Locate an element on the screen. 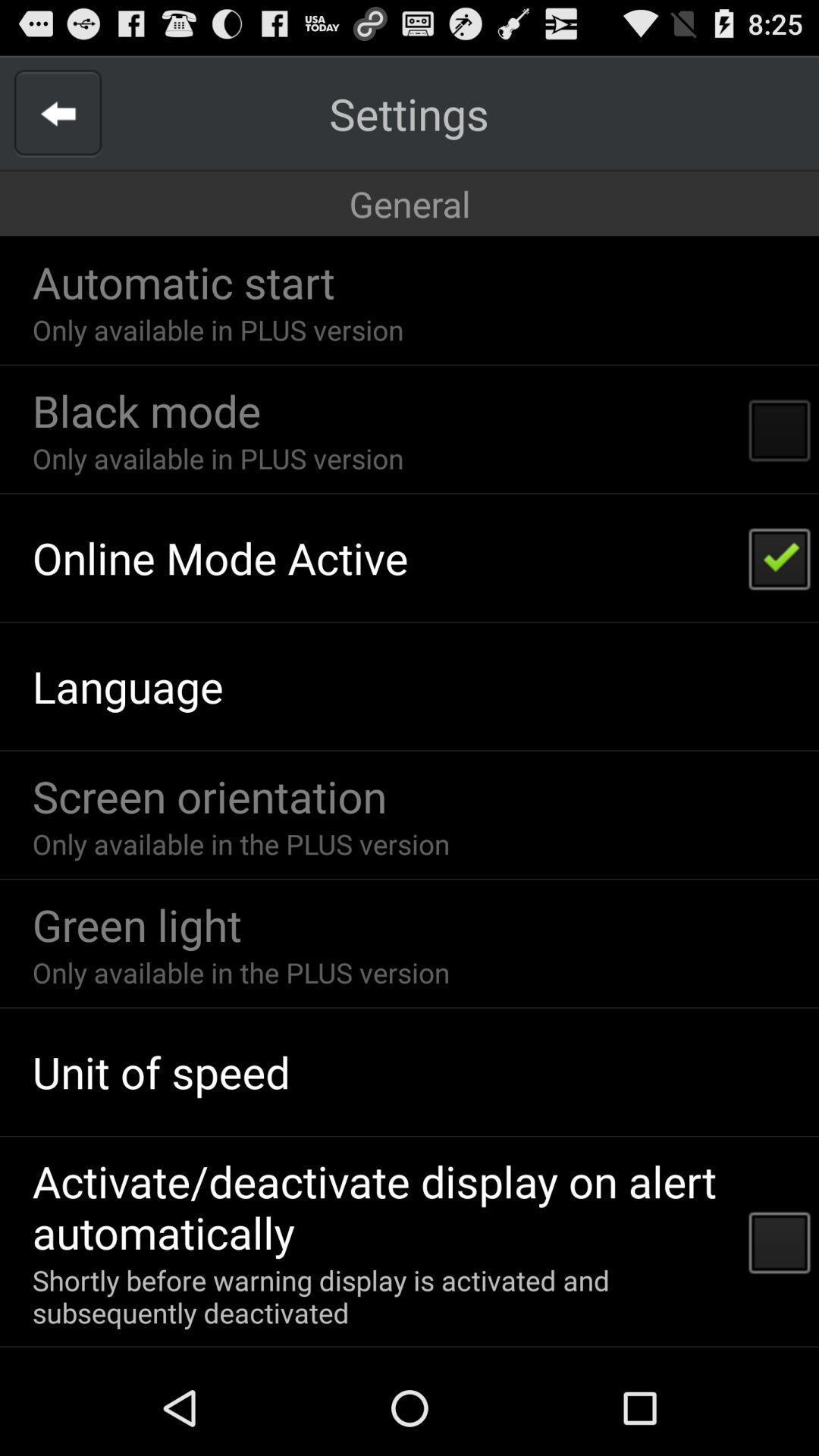 The image size is (819, 1456). go back is located at coordinates (57, 112).